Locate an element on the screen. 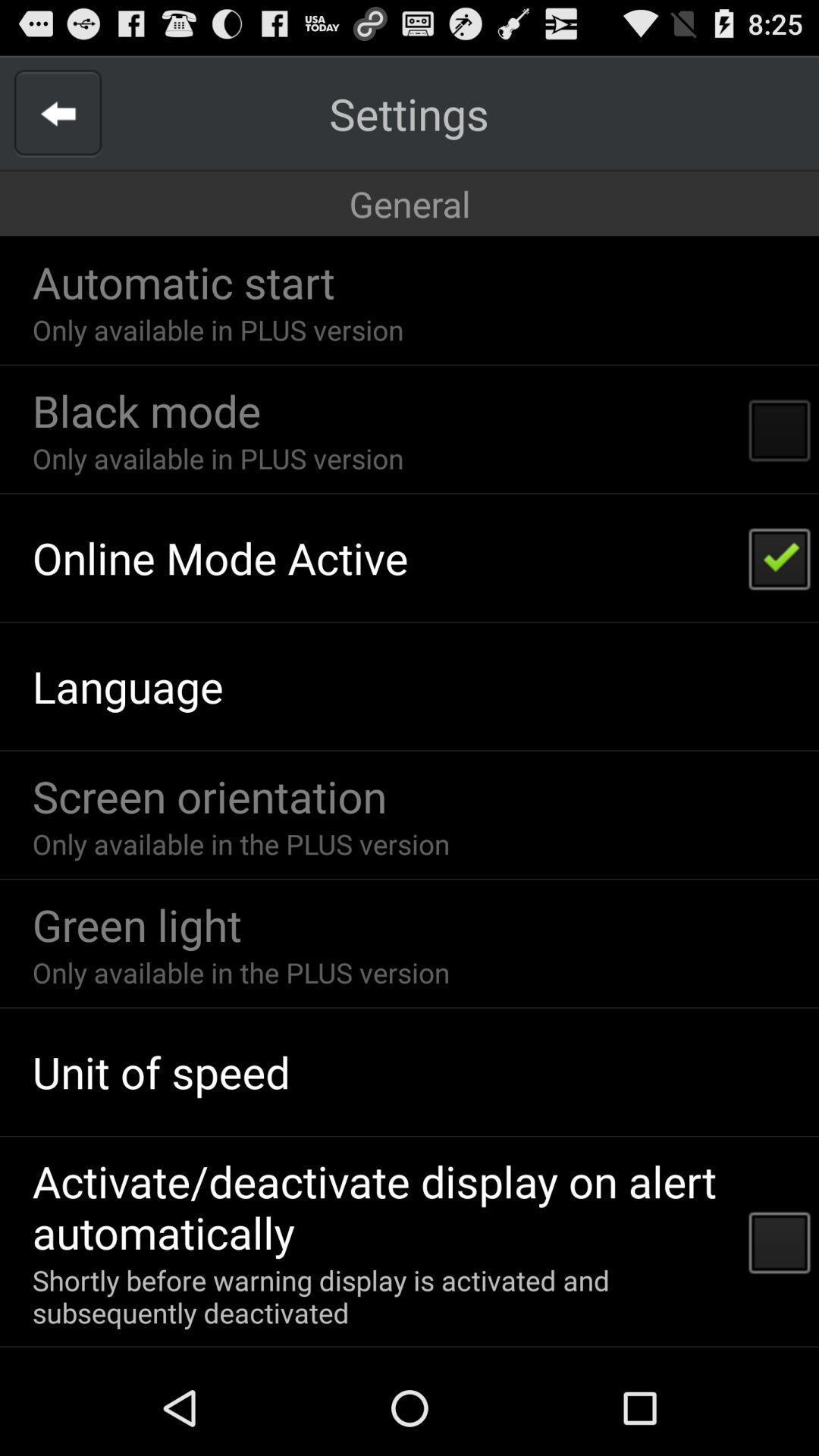 The image size is (819, 1456). go back is located at coordinates (57, 112).